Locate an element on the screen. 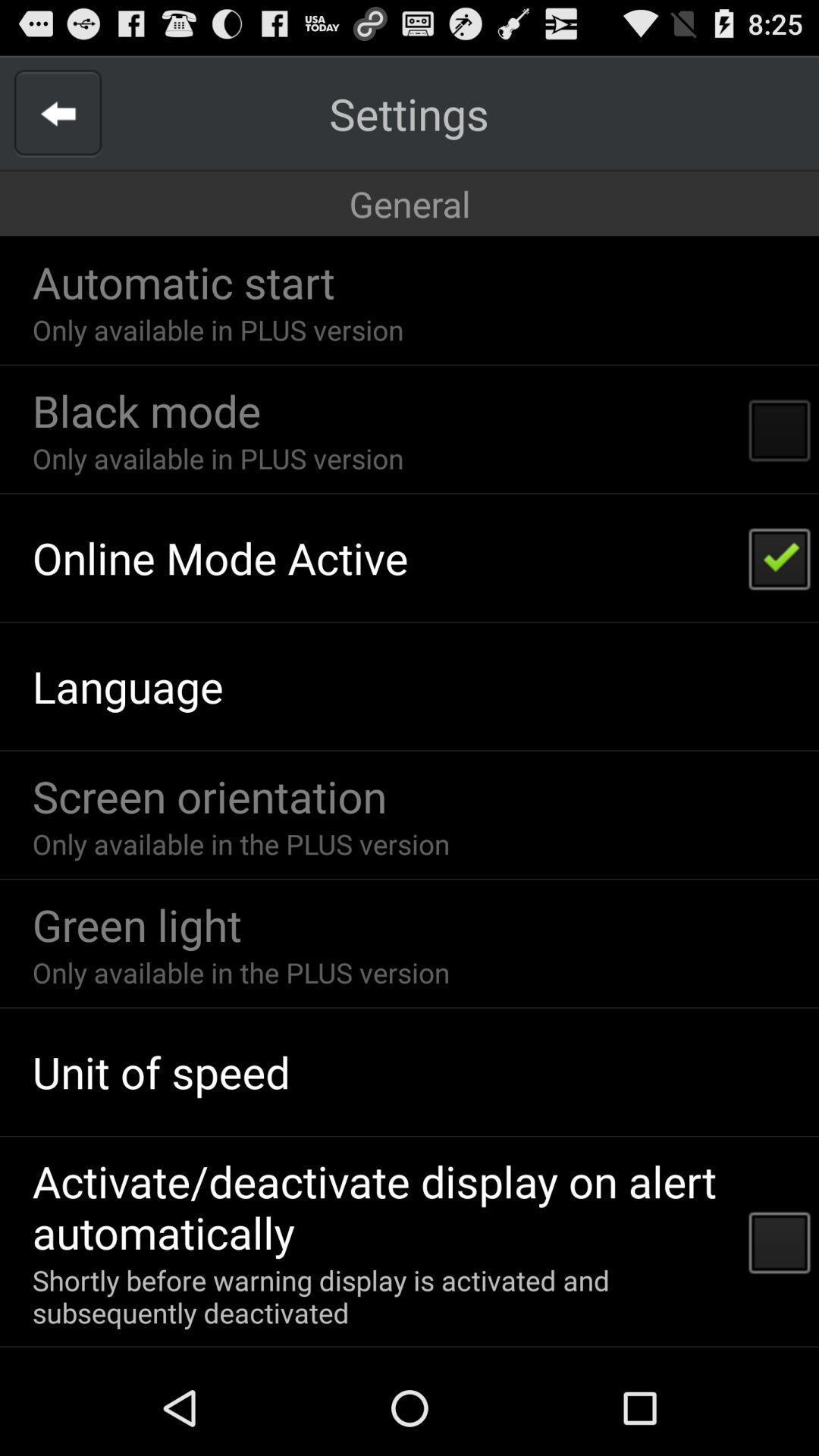 The image size is (819, 1456). go back is located at coordinates (57, 112).